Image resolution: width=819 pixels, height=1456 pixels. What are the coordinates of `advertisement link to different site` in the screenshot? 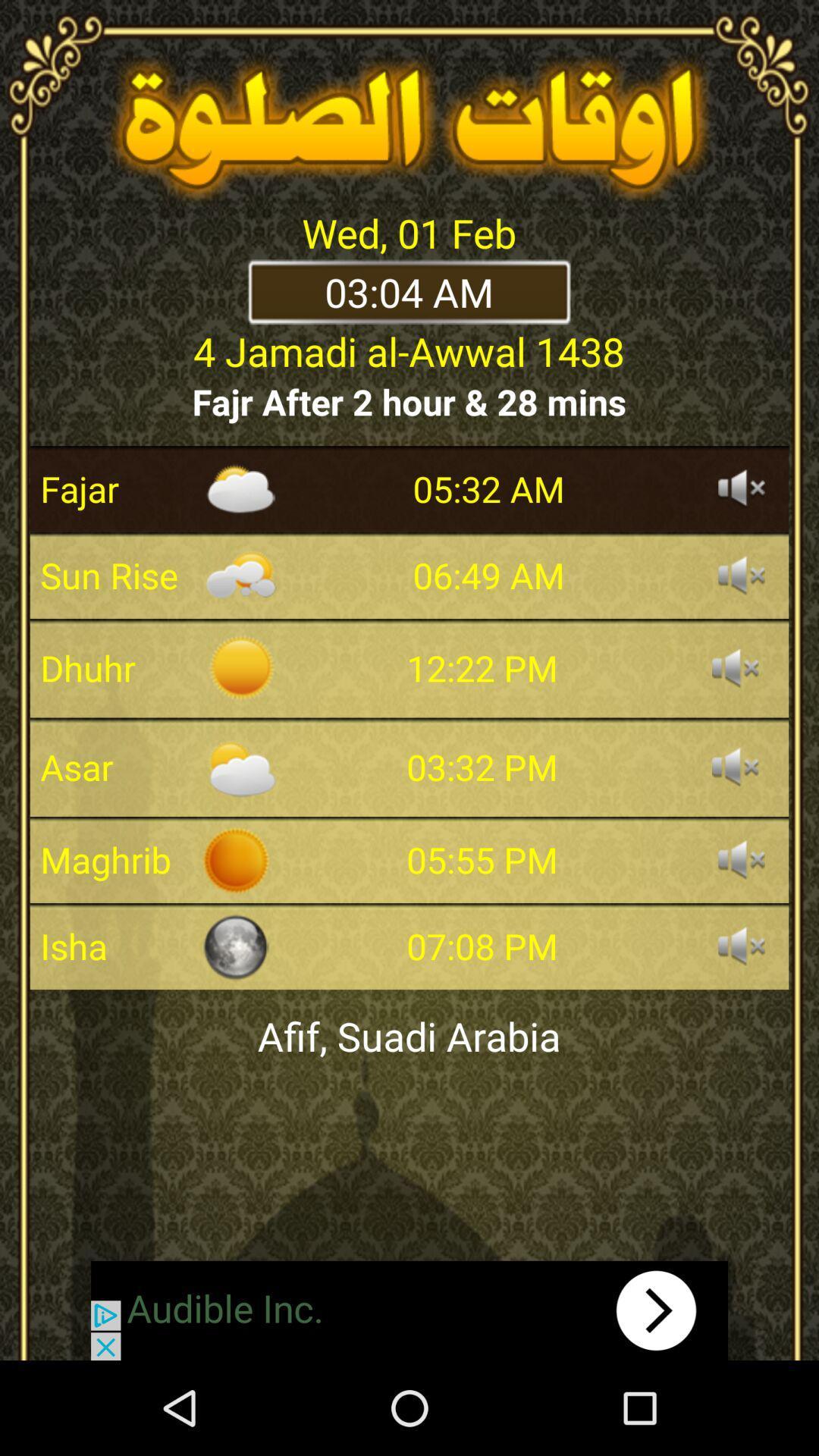 It's located at (409, 1310).